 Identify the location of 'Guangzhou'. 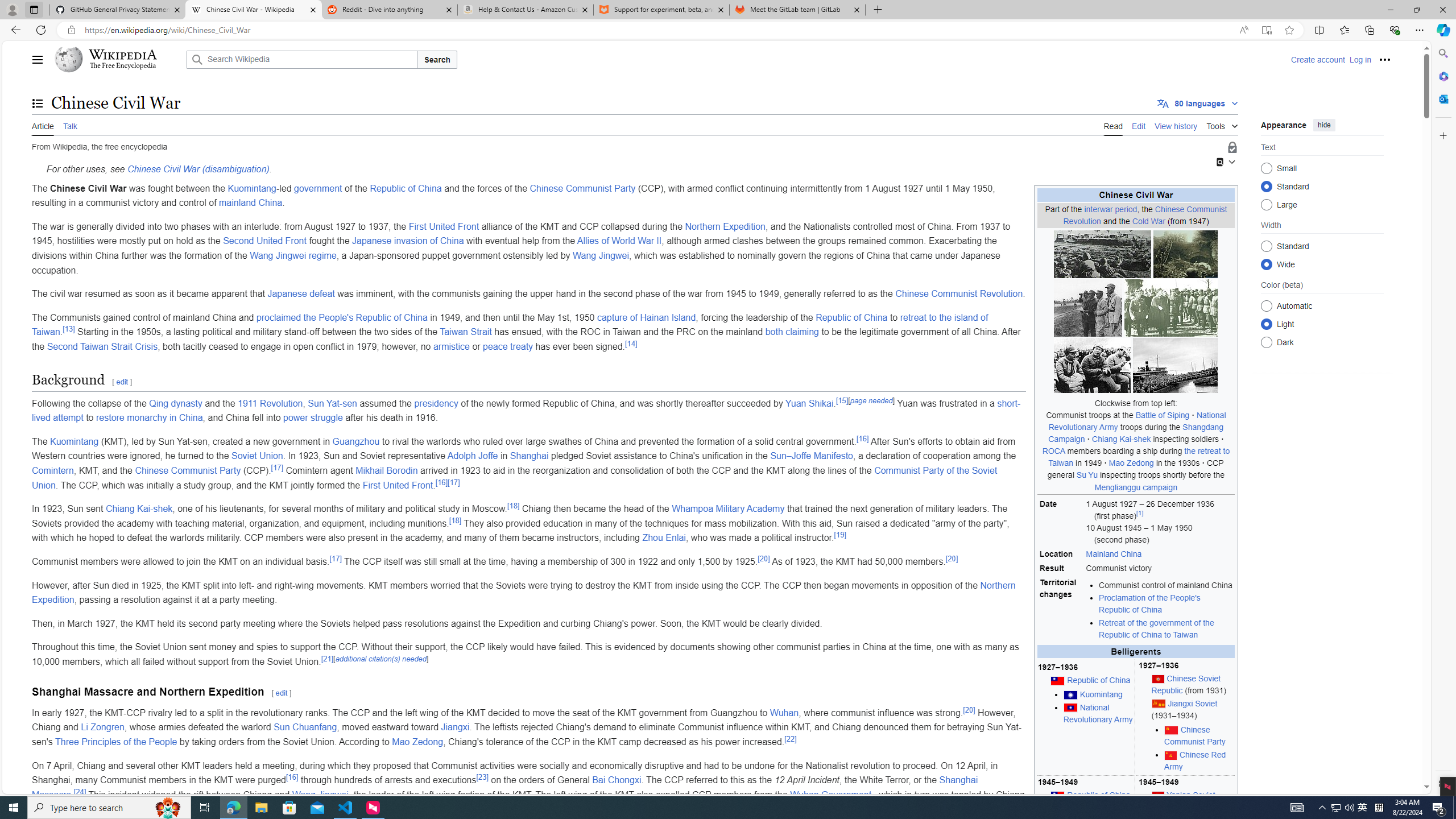
(355, 441).